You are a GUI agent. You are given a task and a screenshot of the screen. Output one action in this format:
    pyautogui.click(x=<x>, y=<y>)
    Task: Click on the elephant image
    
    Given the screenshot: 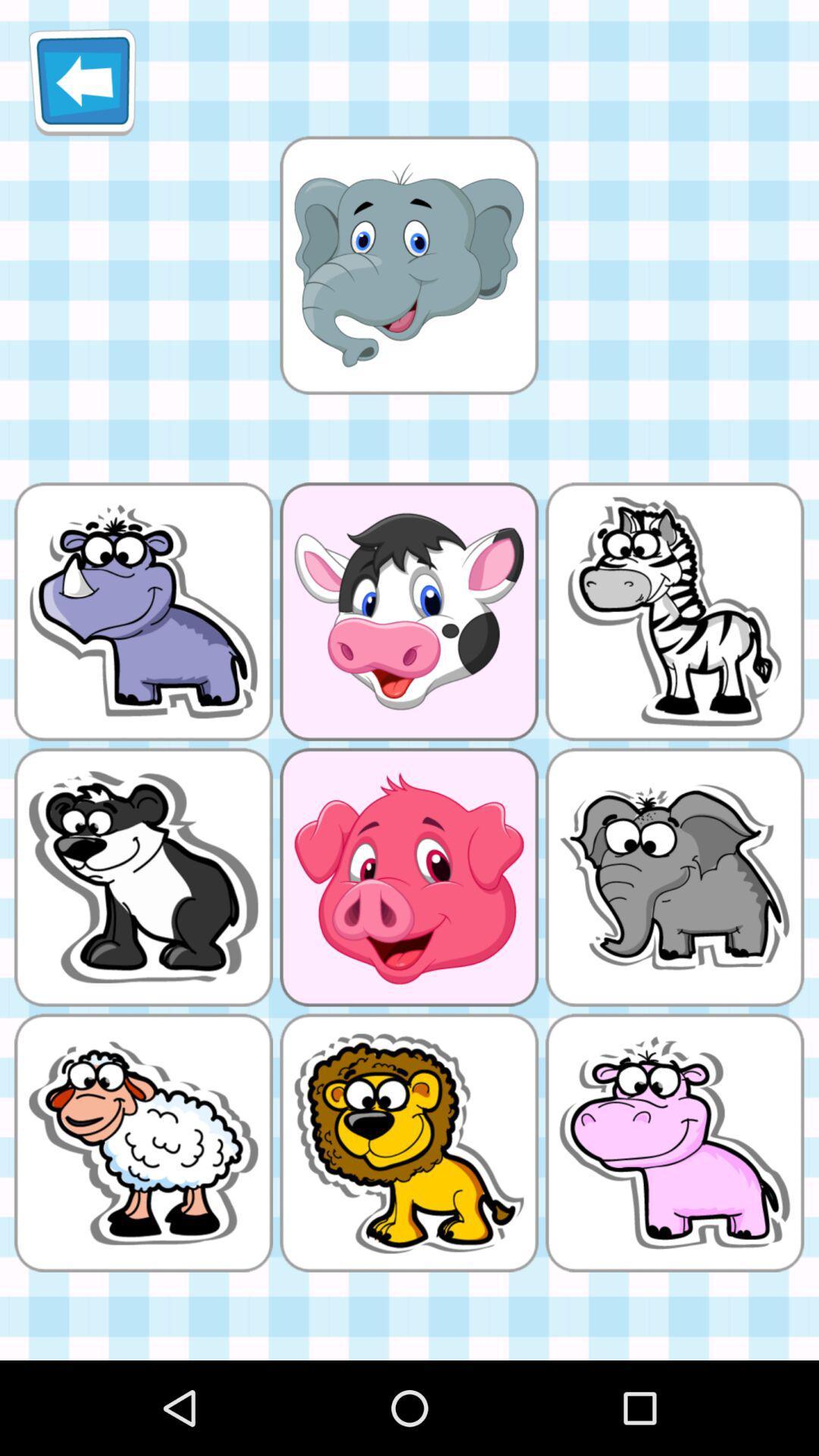 What is the action you would take?
    pyautogui.click(x=408, y=265)
    